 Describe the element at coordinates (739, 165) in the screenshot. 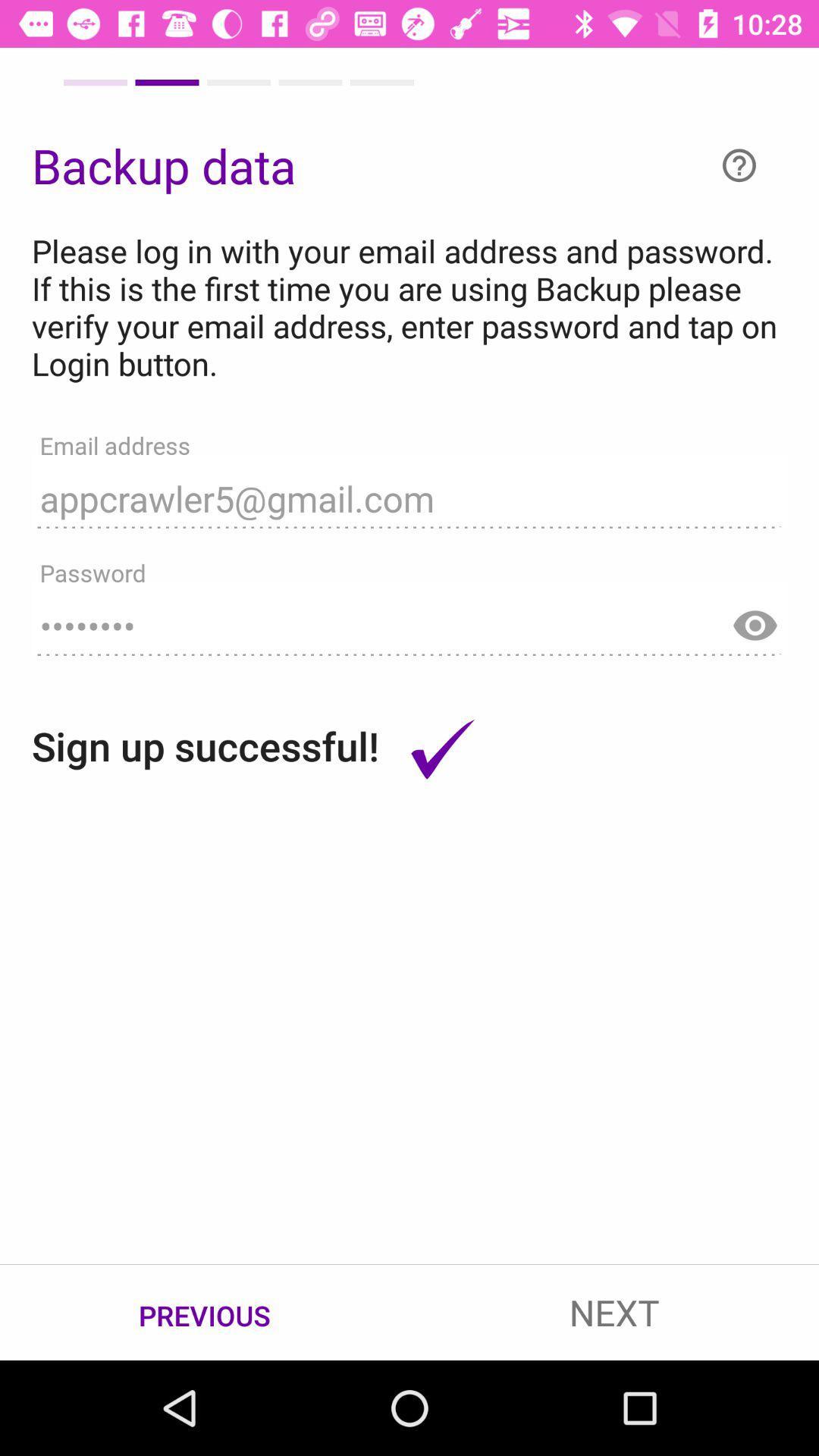

I see `the icon next to the backup data item` at that location.